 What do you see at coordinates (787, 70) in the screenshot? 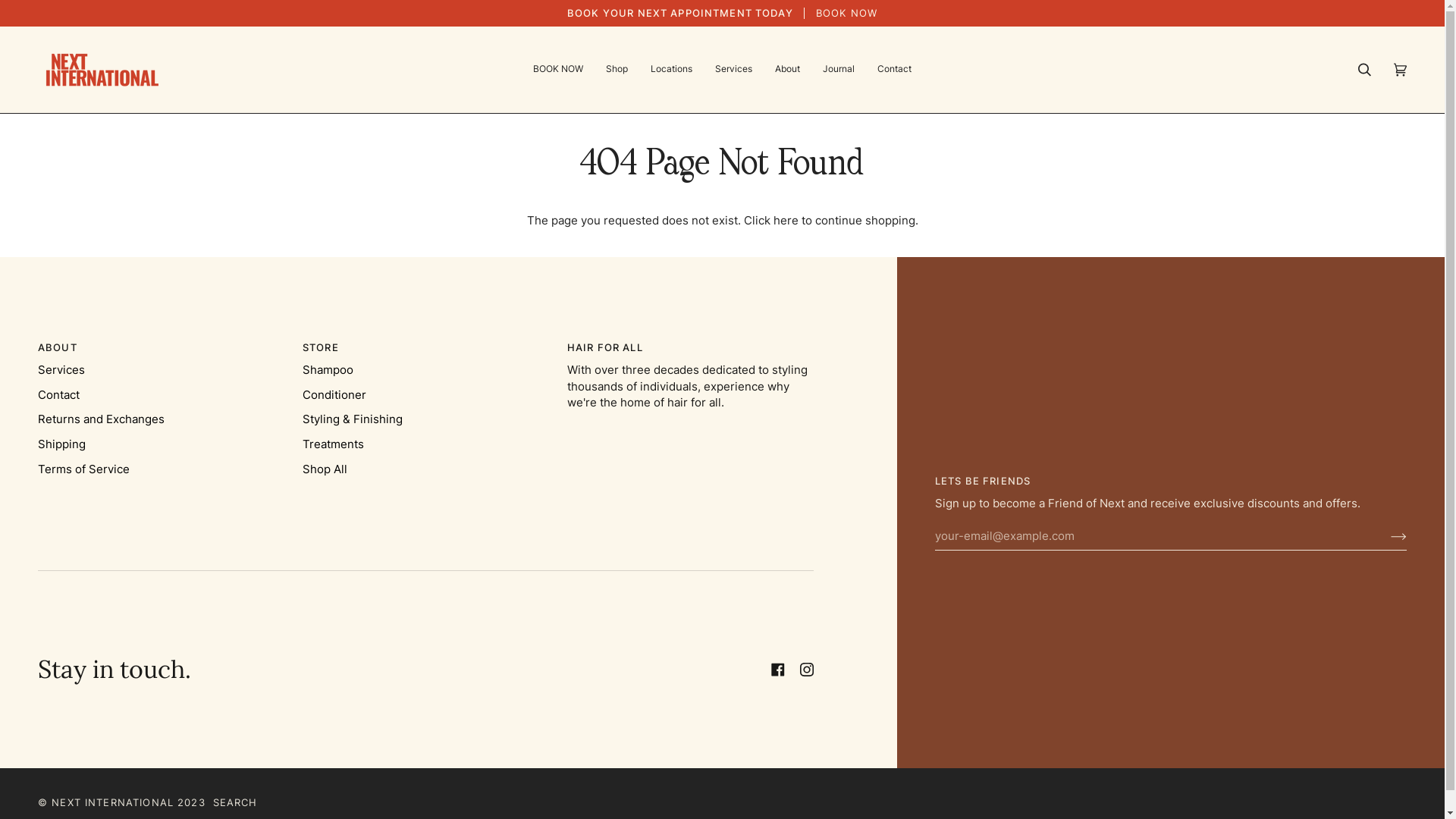
I see `'About'` at bounding box center [787, 70].